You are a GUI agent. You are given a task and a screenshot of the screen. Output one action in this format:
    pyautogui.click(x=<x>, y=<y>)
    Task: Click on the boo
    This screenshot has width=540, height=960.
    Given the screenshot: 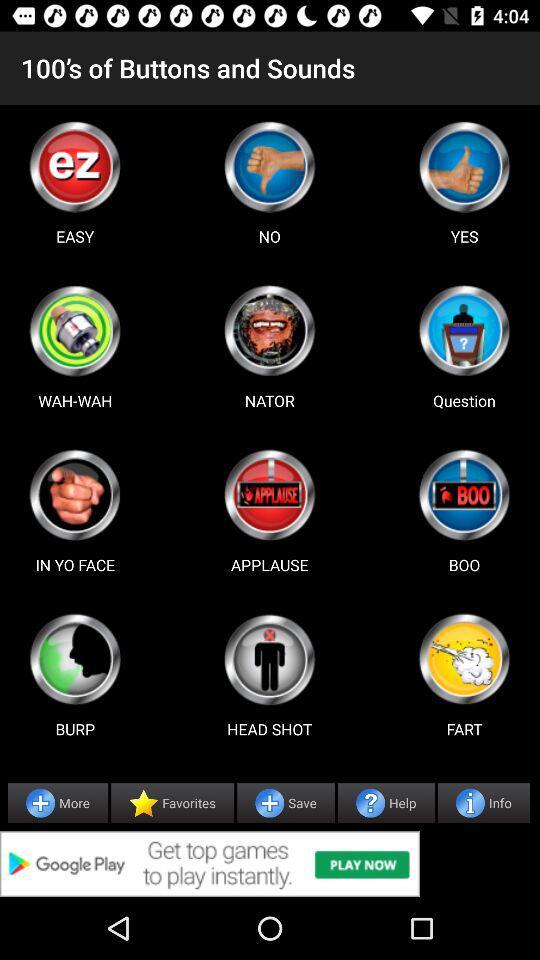 What is the action you would take?
    pyautogui.click(x=464, y=494)
    